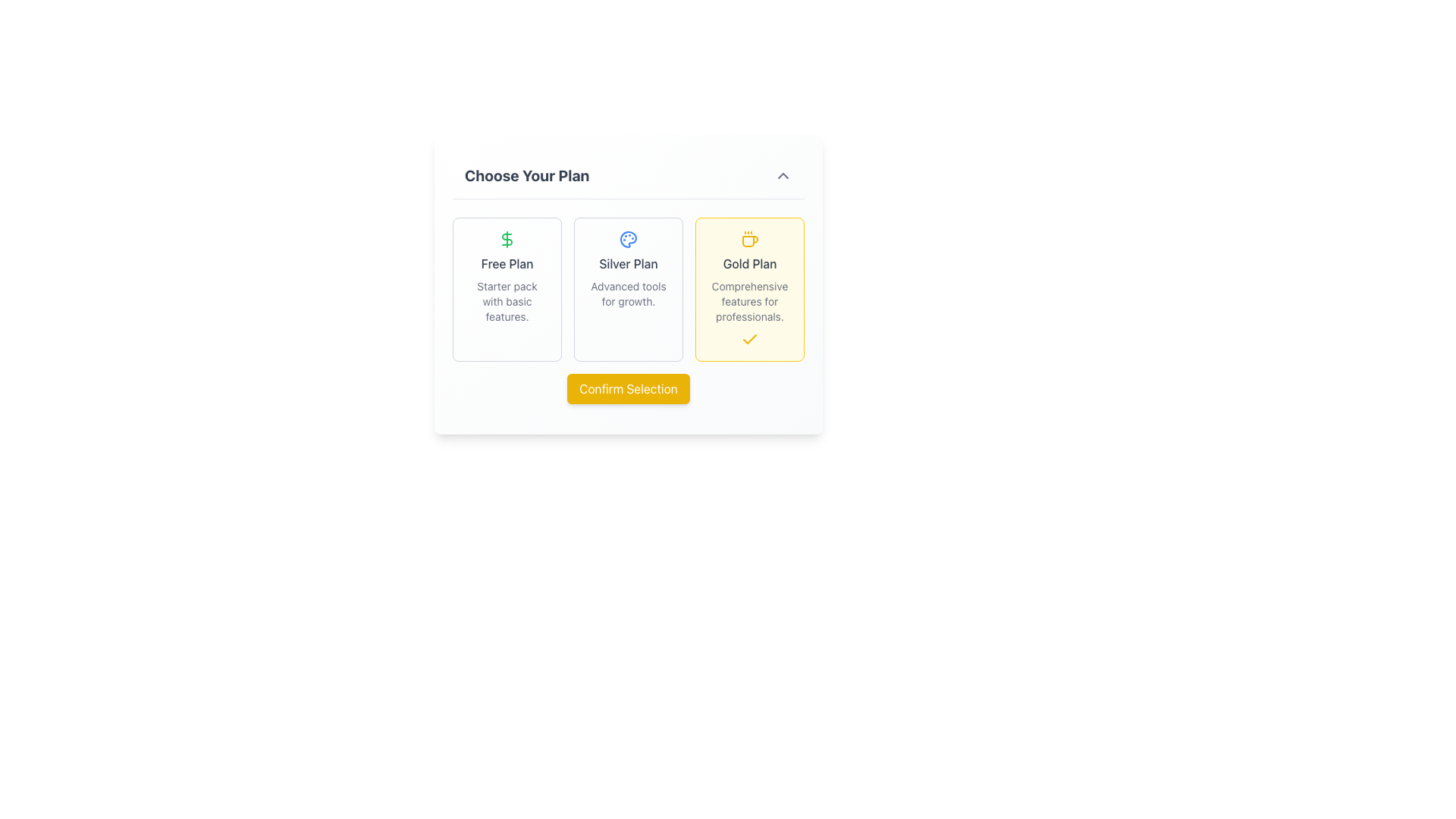 The width and height of the screenshot is (1456, 819). What do you see at coordinates (629, 262) in the screenshot?
I see `the text label that serves as the title for the 'Silver Plan' option, located beneath a blue palette icon and above a smaller gray description text` at bounding box center [629, 262].